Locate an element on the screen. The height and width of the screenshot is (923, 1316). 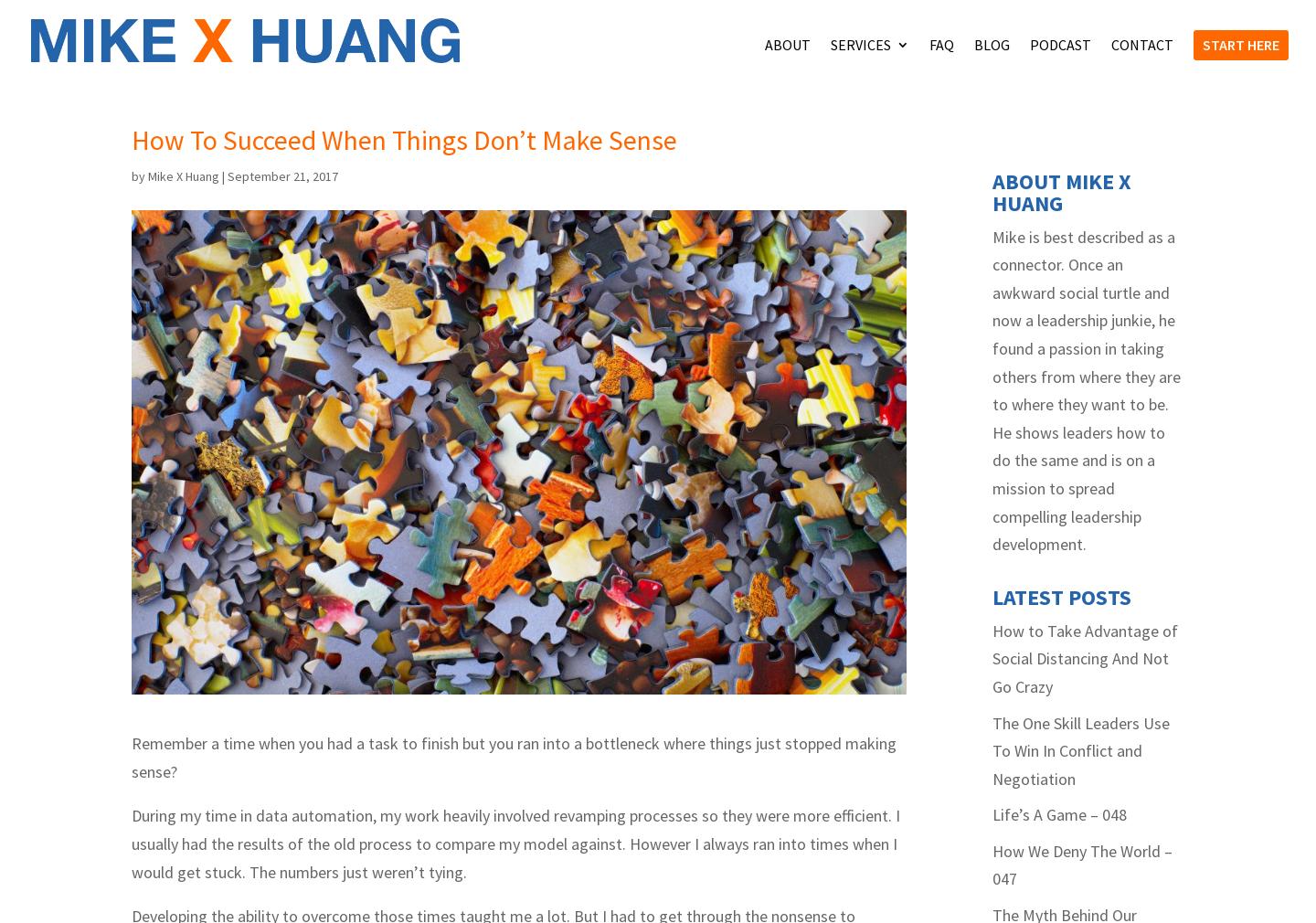
'Case Study' is located at coordinates (904, 120).